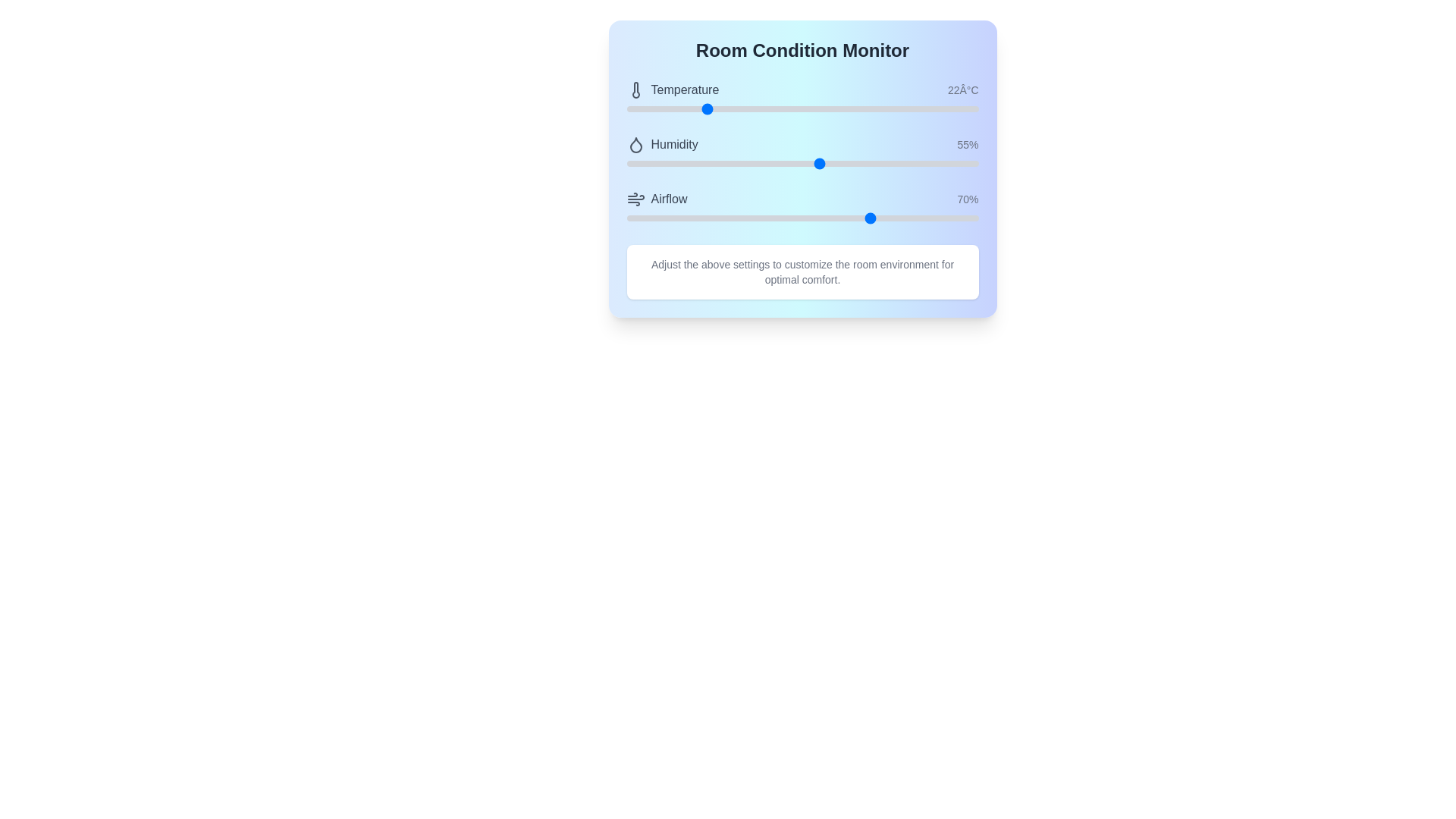 The image size is (1456, 819). What do you see at coordinates (679, 218) in the screenshot?
I see `airflow level` at bounding box center [679, 218].